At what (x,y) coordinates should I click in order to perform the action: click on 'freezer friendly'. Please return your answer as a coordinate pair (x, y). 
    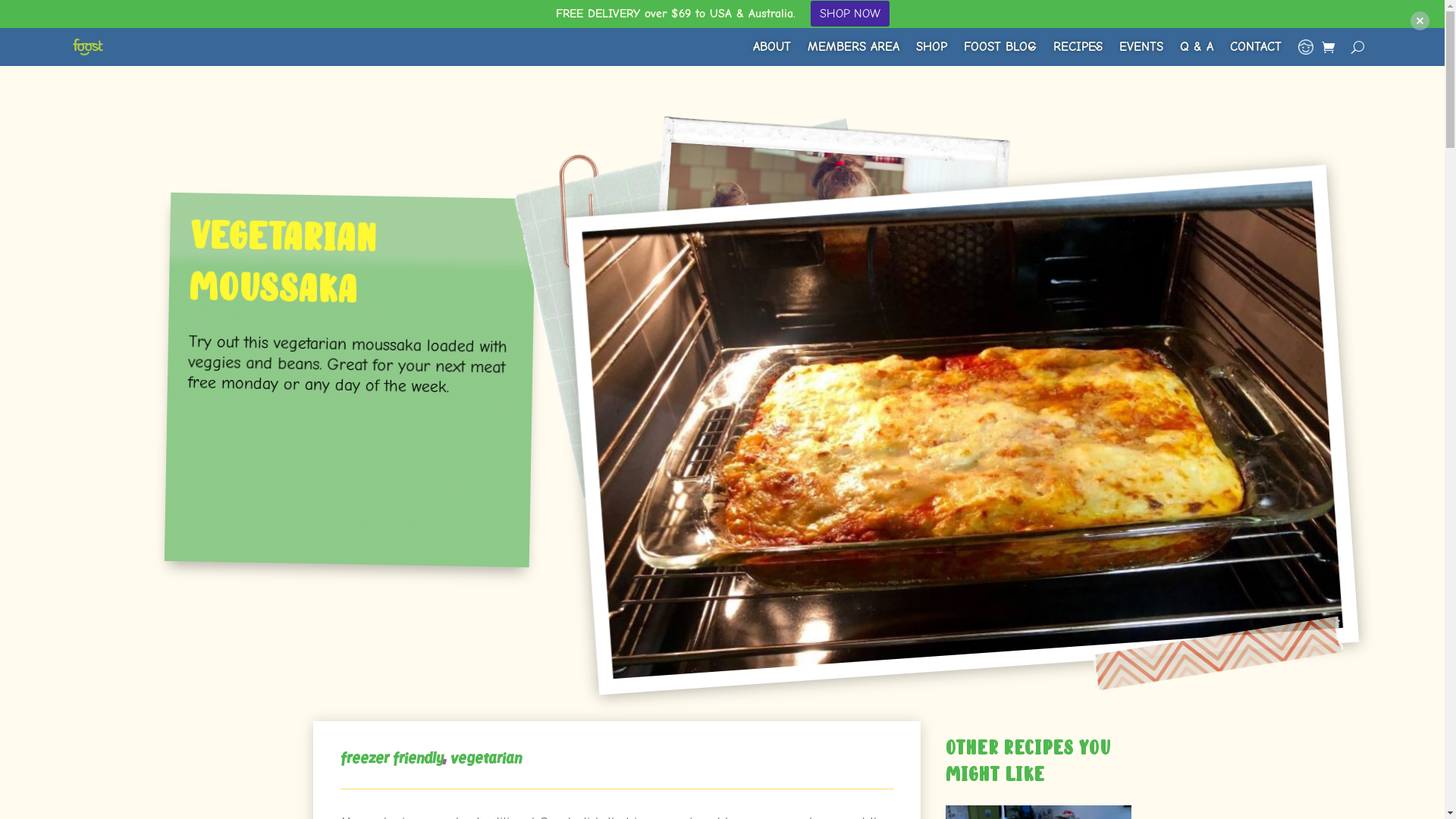
    Looking at the image, I should click on (391, 758).